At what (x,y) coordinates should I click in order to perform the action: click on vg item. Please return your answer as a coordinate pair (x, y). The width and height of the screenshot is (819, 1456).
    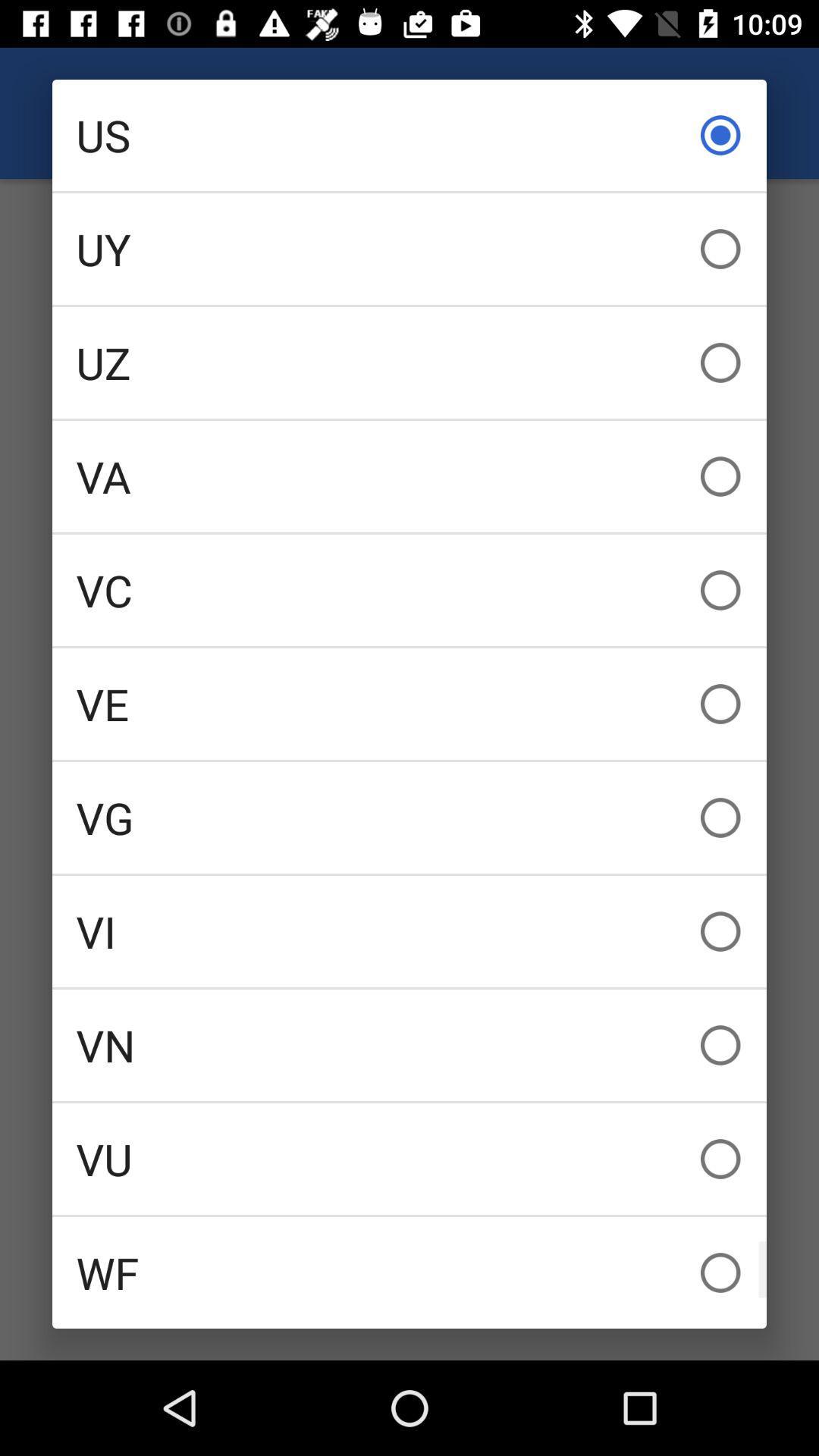
    Looking at the image, I should click on (409, 817).